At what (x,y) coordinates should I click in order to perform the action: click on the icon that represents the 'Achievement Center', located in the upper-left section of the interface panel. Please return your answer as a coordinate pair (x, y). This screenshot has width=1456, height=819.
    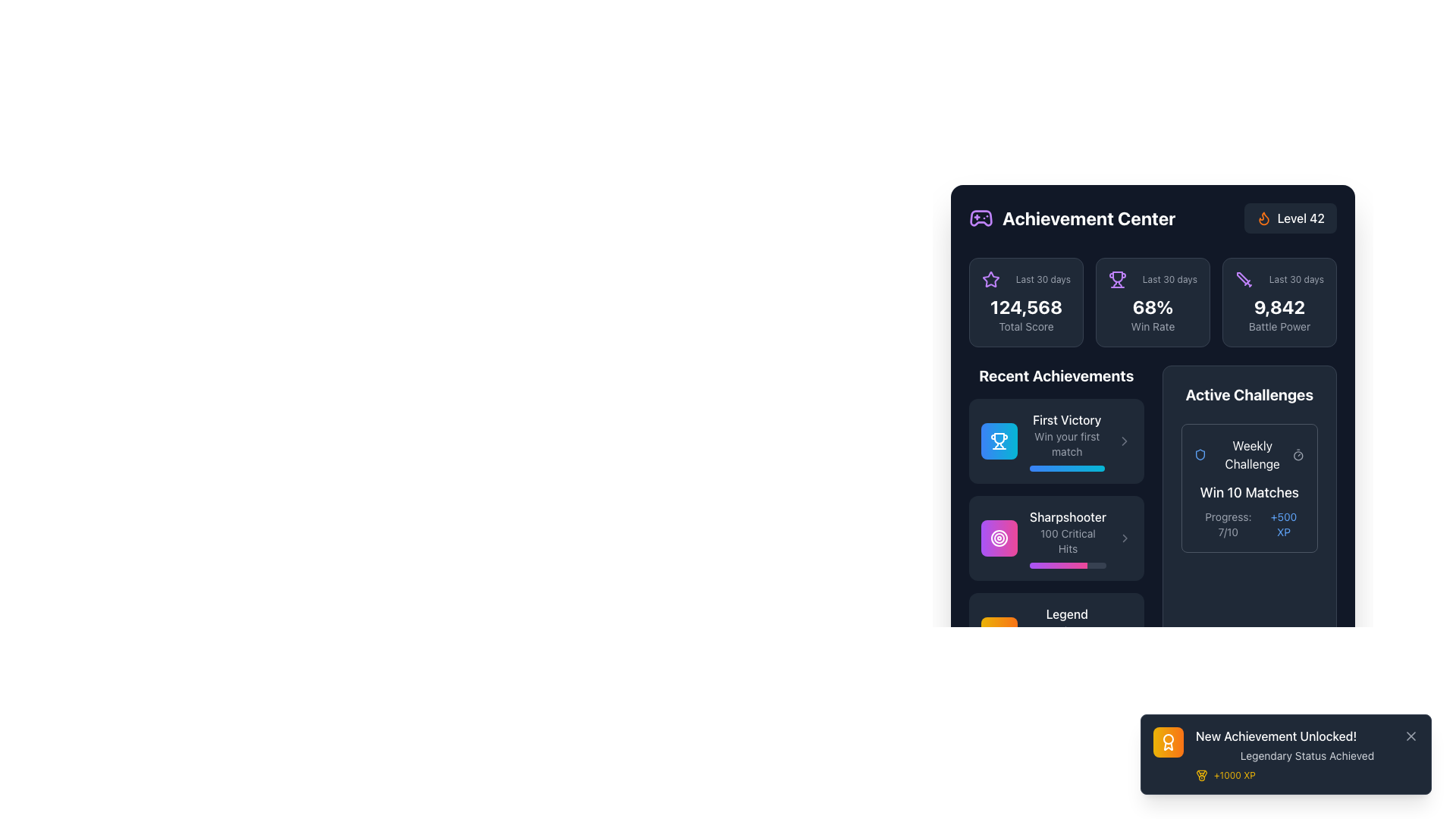
    Looking at the image, I should click on (981, 218).